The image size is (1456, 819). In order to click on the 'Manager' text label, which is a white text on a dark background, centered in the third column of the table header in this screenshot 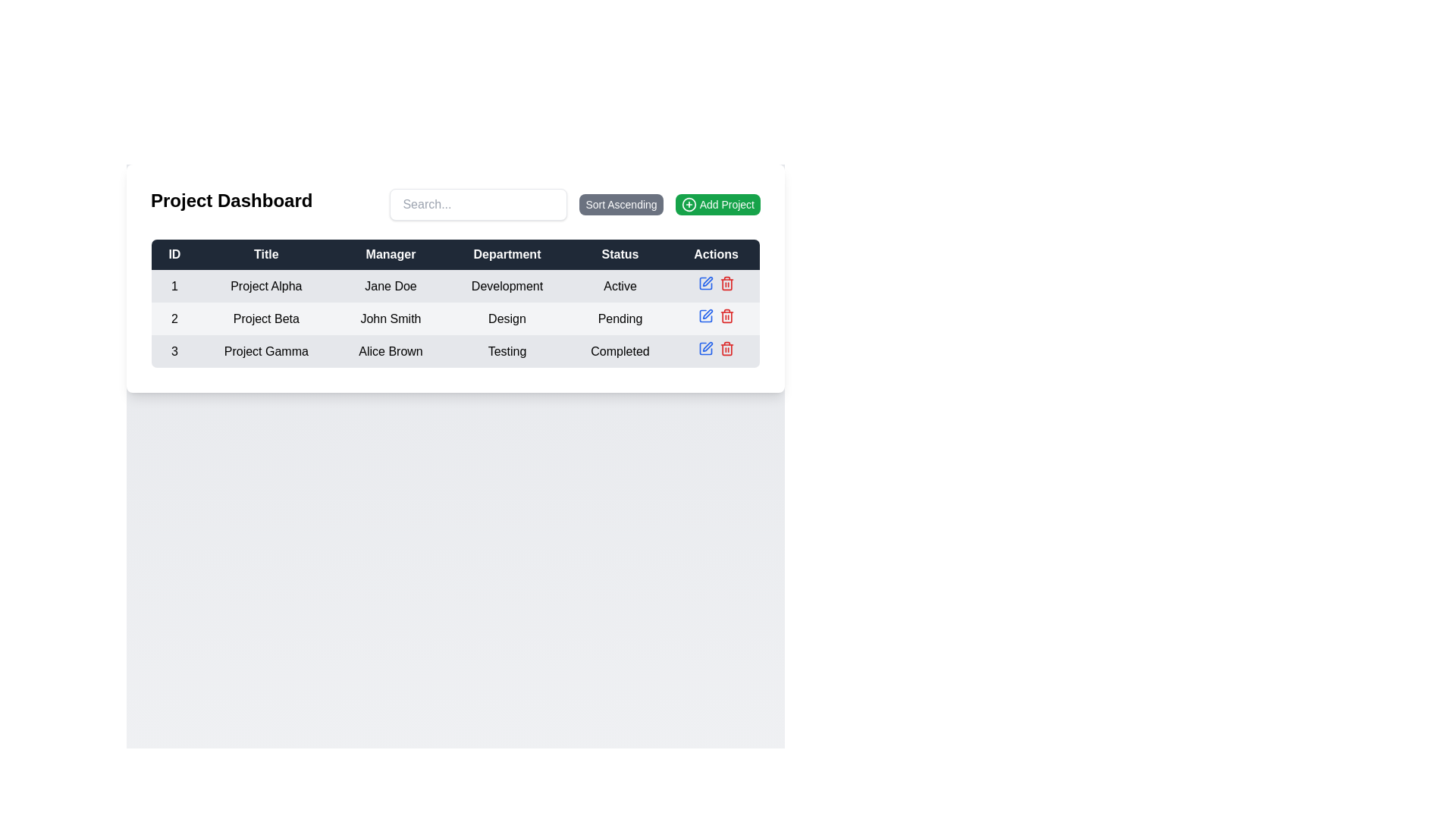, I will do `click(391, 253)`.